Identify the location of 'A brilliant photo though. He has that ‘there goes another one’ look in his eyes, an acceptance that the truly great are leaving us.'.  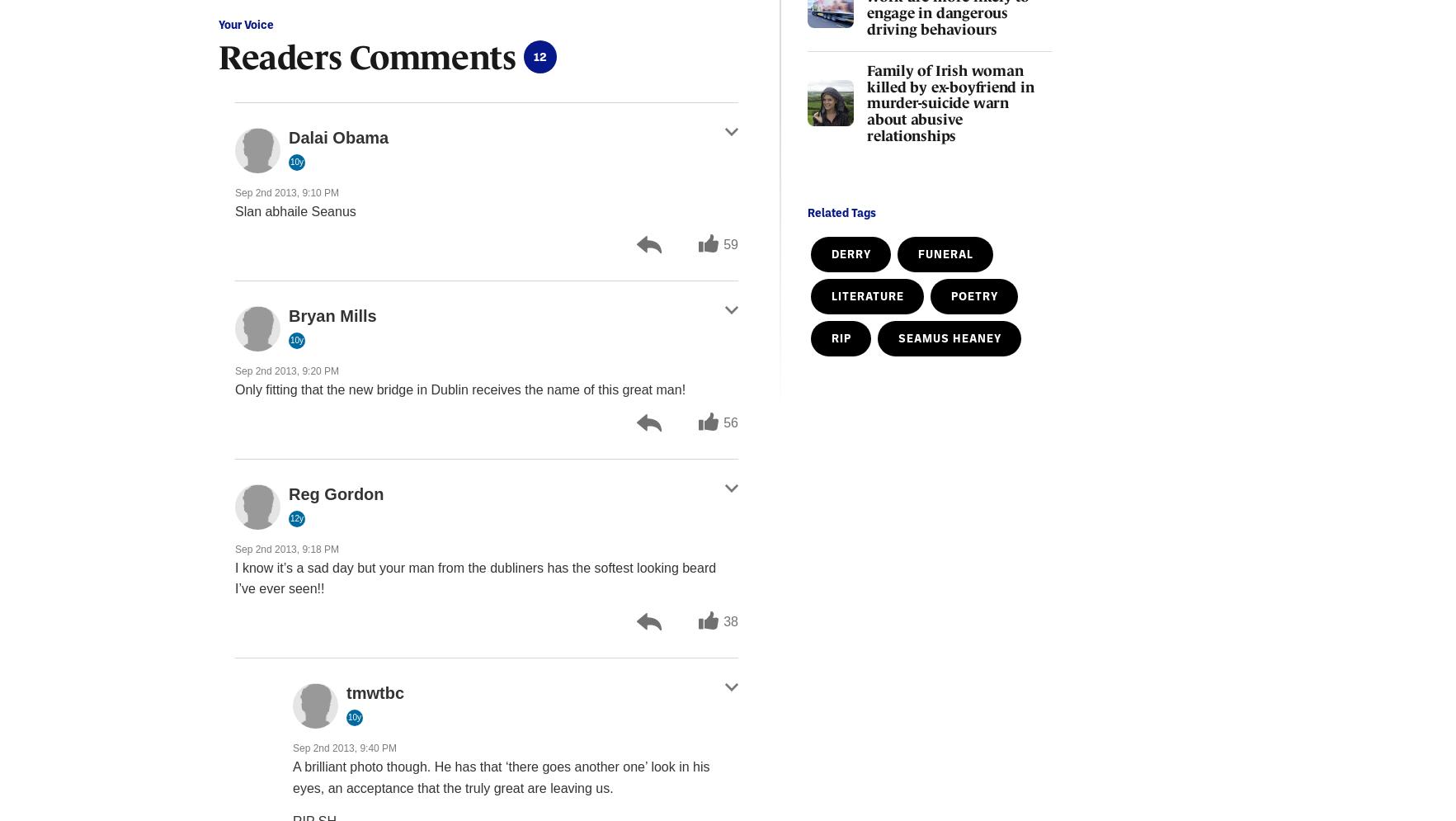
(500, 776).